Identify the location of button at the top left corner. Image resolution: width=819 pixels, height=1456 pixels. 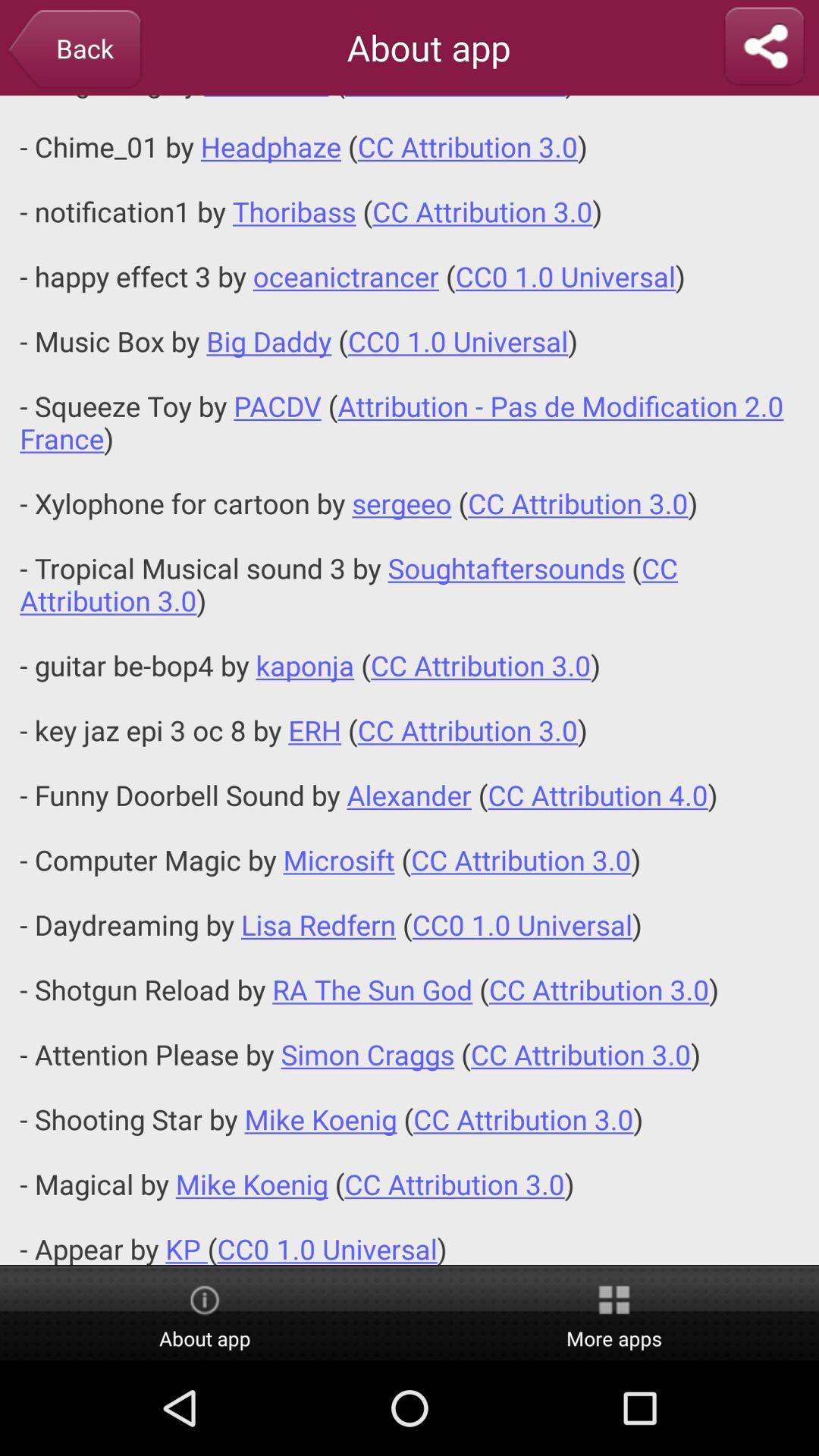
(74, 50).